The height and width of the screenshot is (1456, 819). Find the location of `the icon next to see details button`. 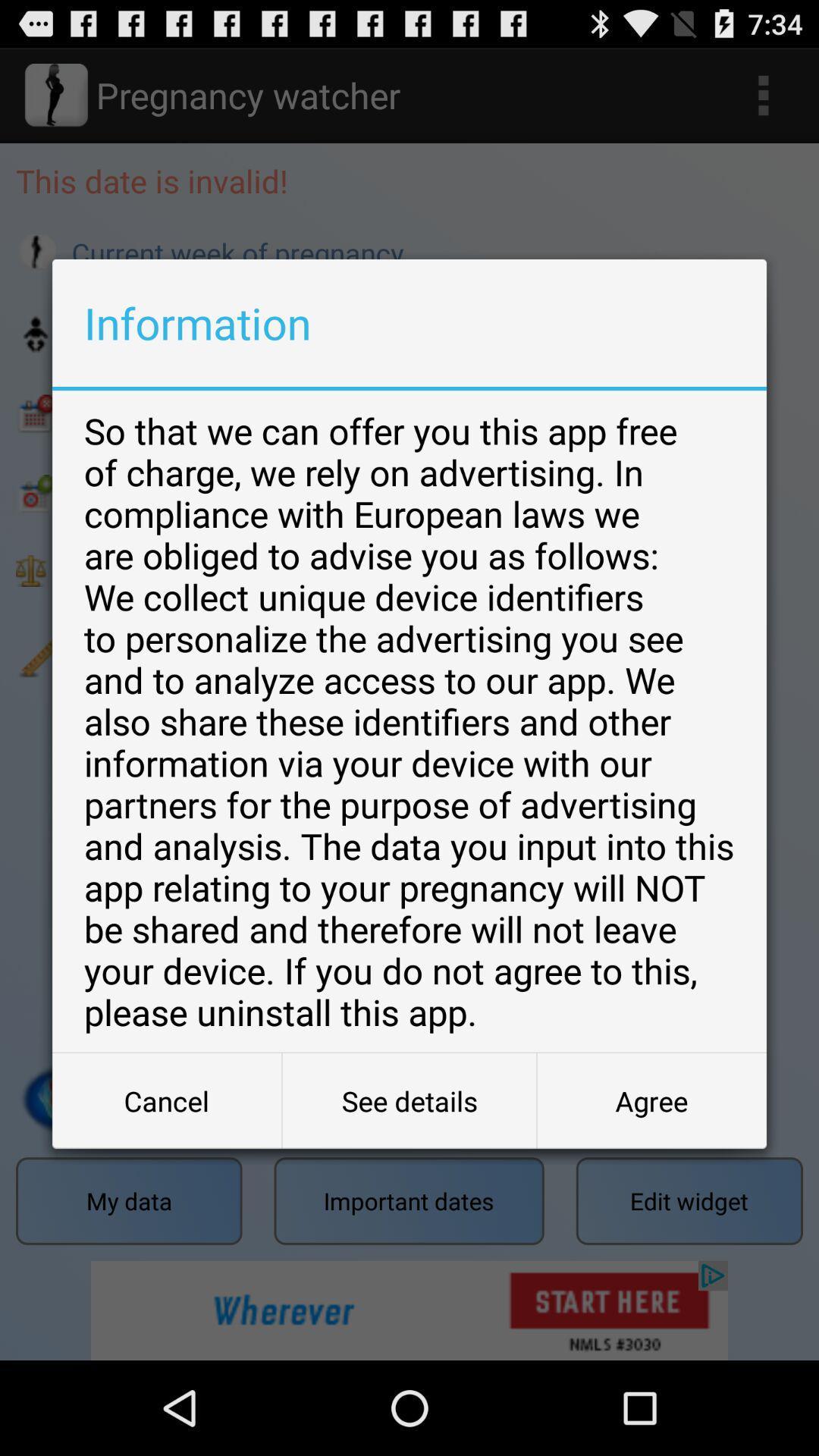

the icon next to see details button is located at coordinates (167, 1100).